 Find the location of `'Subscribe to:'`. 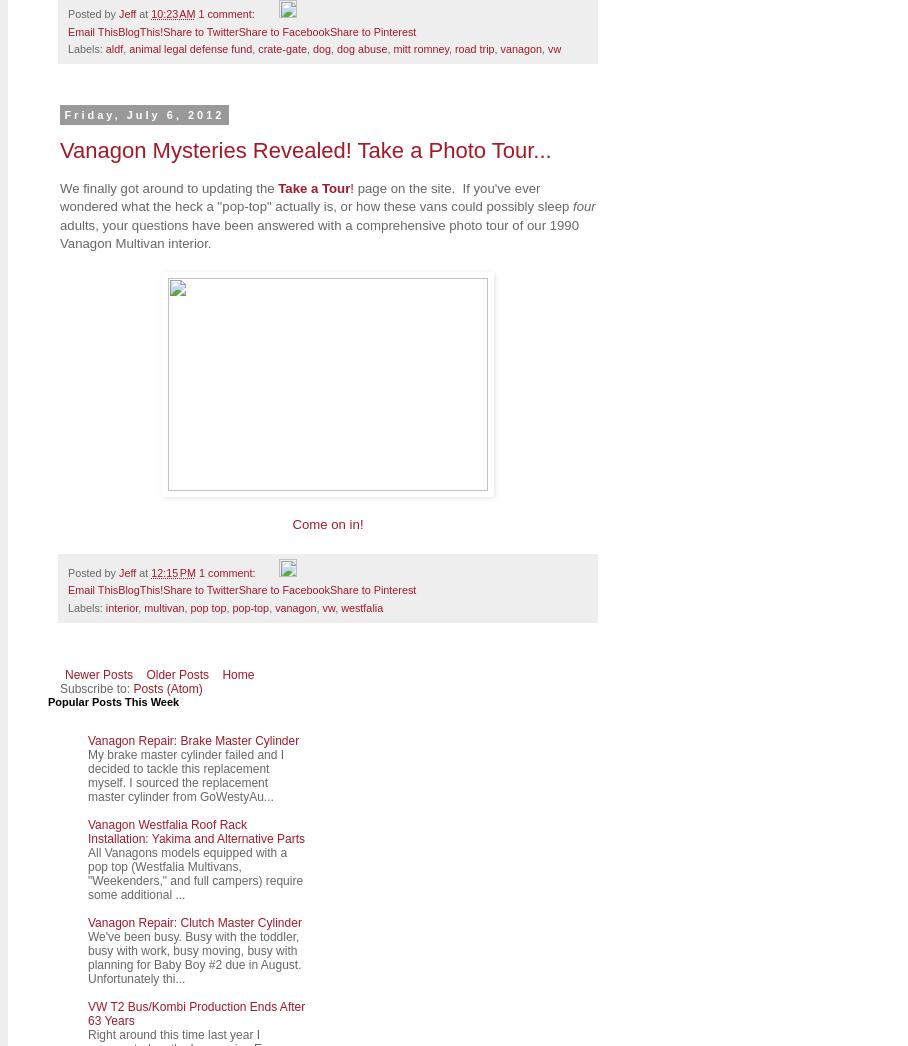

'Subscribe to:' is located at coordinates (60, 687).